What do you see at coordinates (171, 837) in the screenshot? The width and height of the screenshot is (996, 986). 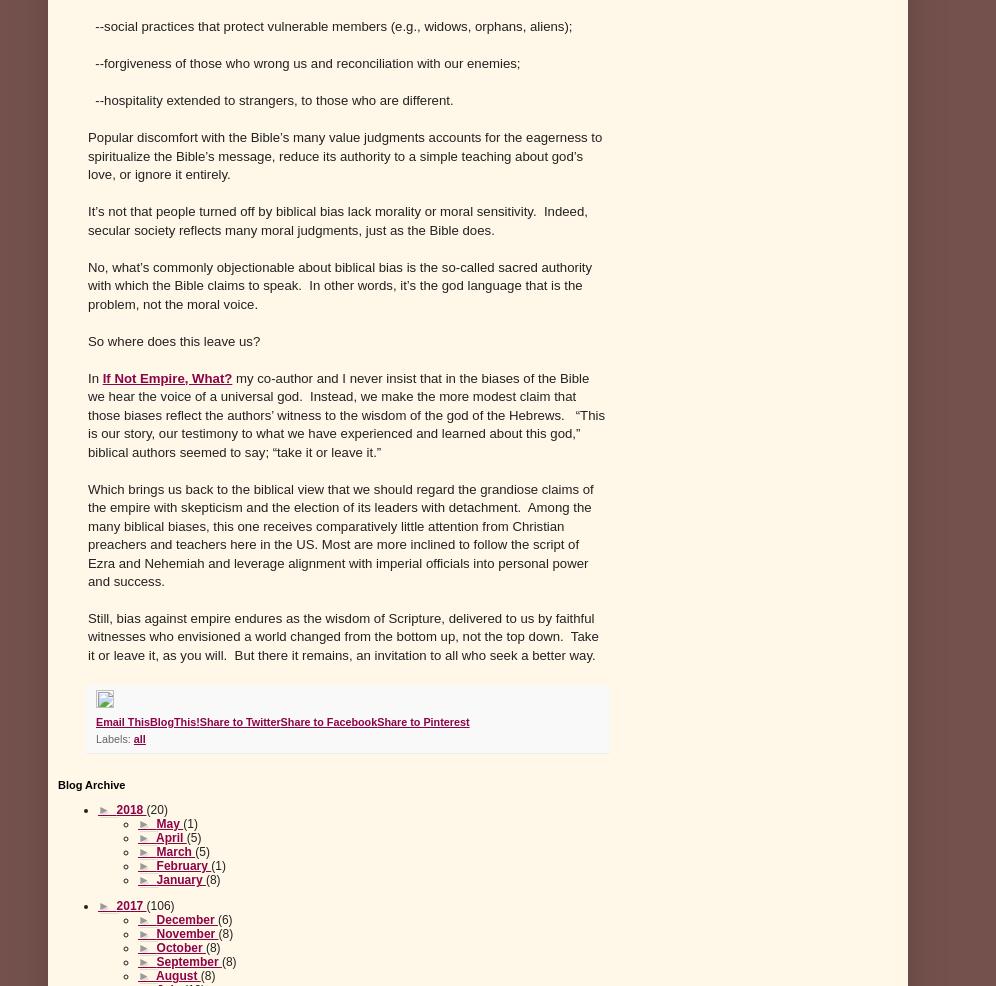 I see `'April'` at bounding box center [171, 837].